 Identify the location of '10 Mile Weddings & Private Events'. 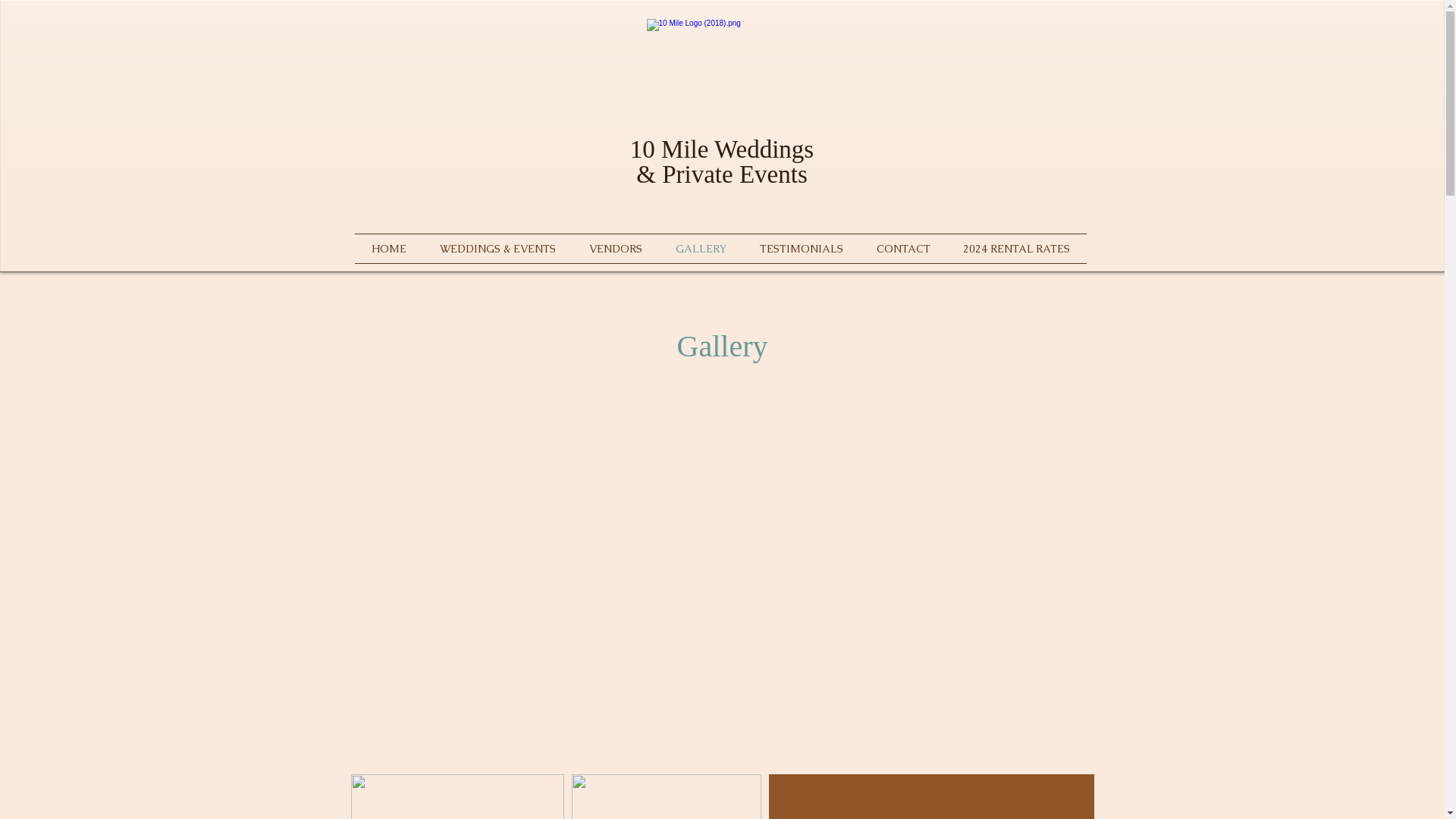
(629, 162).